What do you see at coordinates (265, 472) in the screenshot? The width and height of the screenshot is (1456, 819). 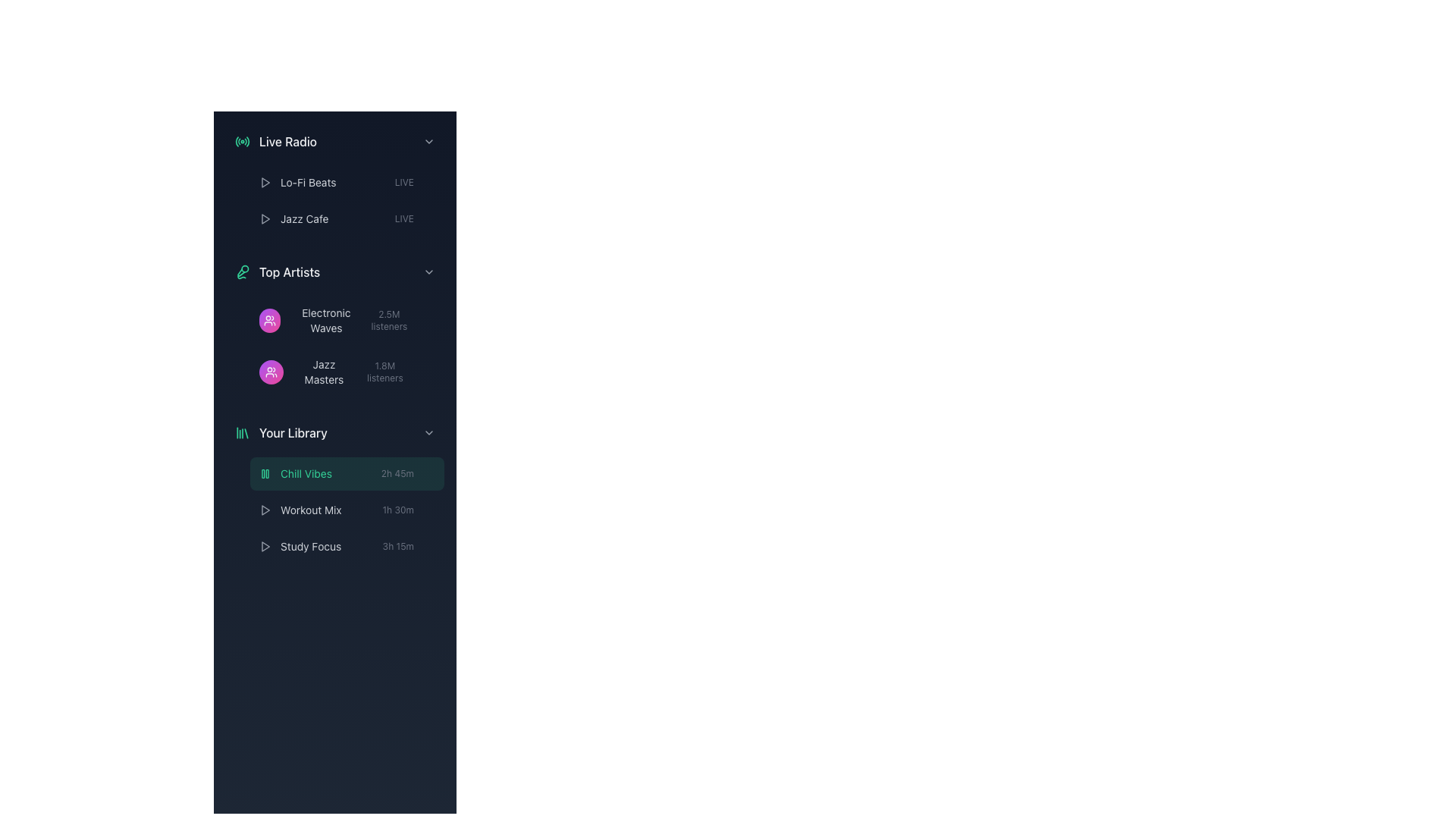 I see `the pause icon button, which is a small rectangular icon with two vertical bars and a greenish outline, located` at bounding box center [265, 472].